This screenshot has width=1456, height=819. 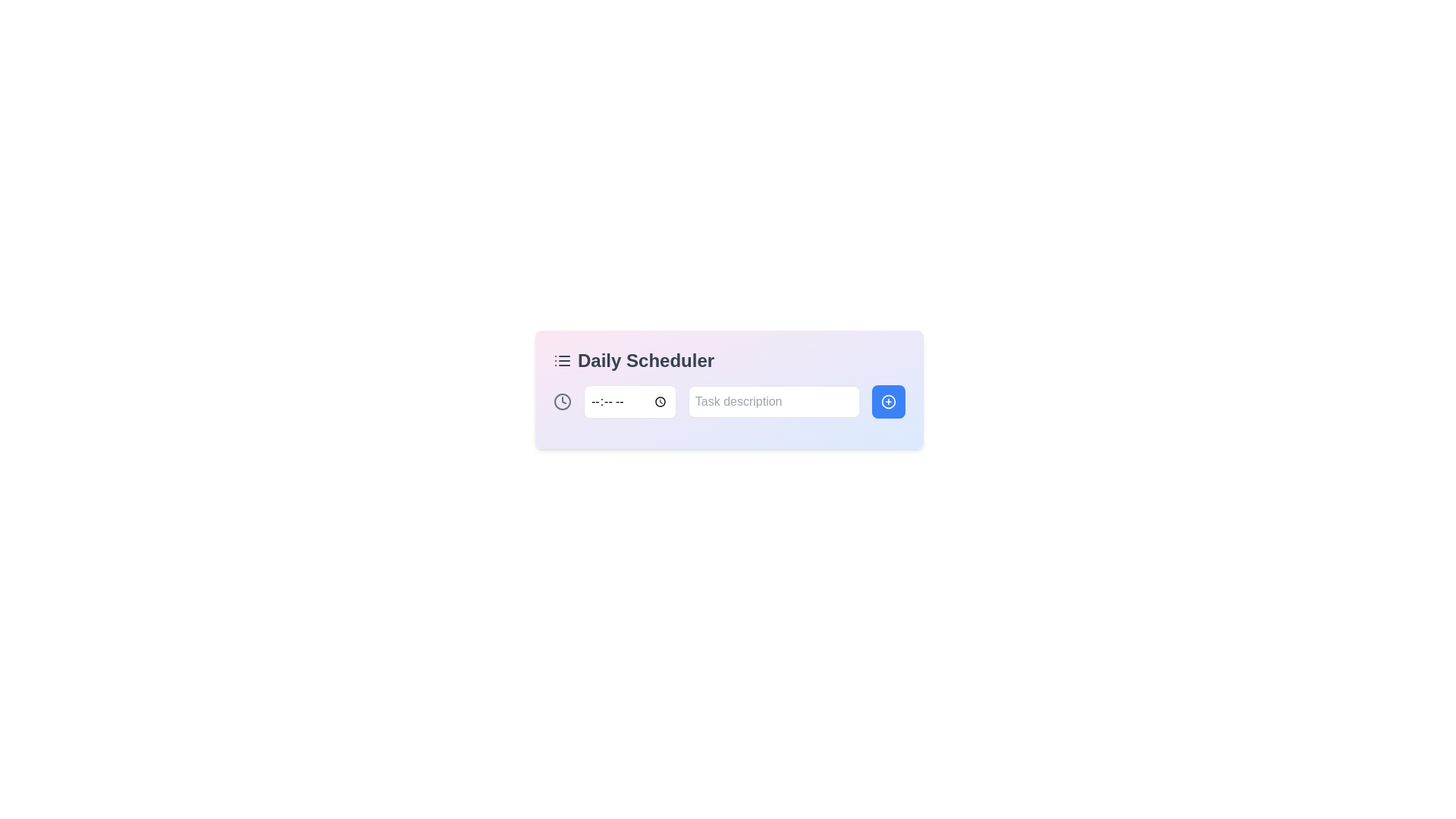 What do you see at coordinates (888, 400) in the screenshot?
I see `the SVG Circle that serves as a functional part of an interactive icon in the header of the 'Daily Scheduler' application` at bounding box center [888, 400].